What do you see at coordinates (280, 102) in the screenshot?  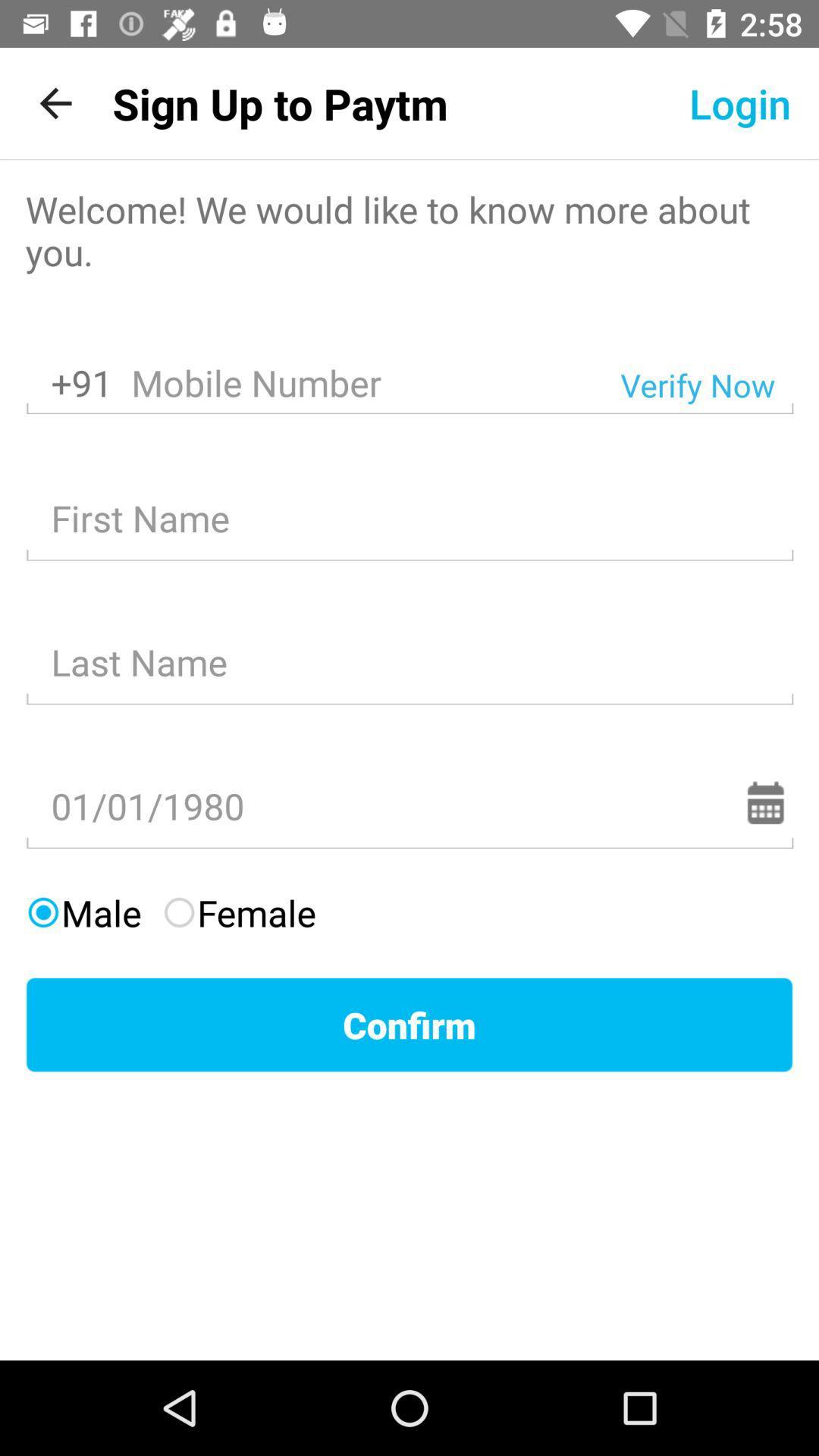 I see `the icon to the left of login icon` at bounding box center [280, 102].